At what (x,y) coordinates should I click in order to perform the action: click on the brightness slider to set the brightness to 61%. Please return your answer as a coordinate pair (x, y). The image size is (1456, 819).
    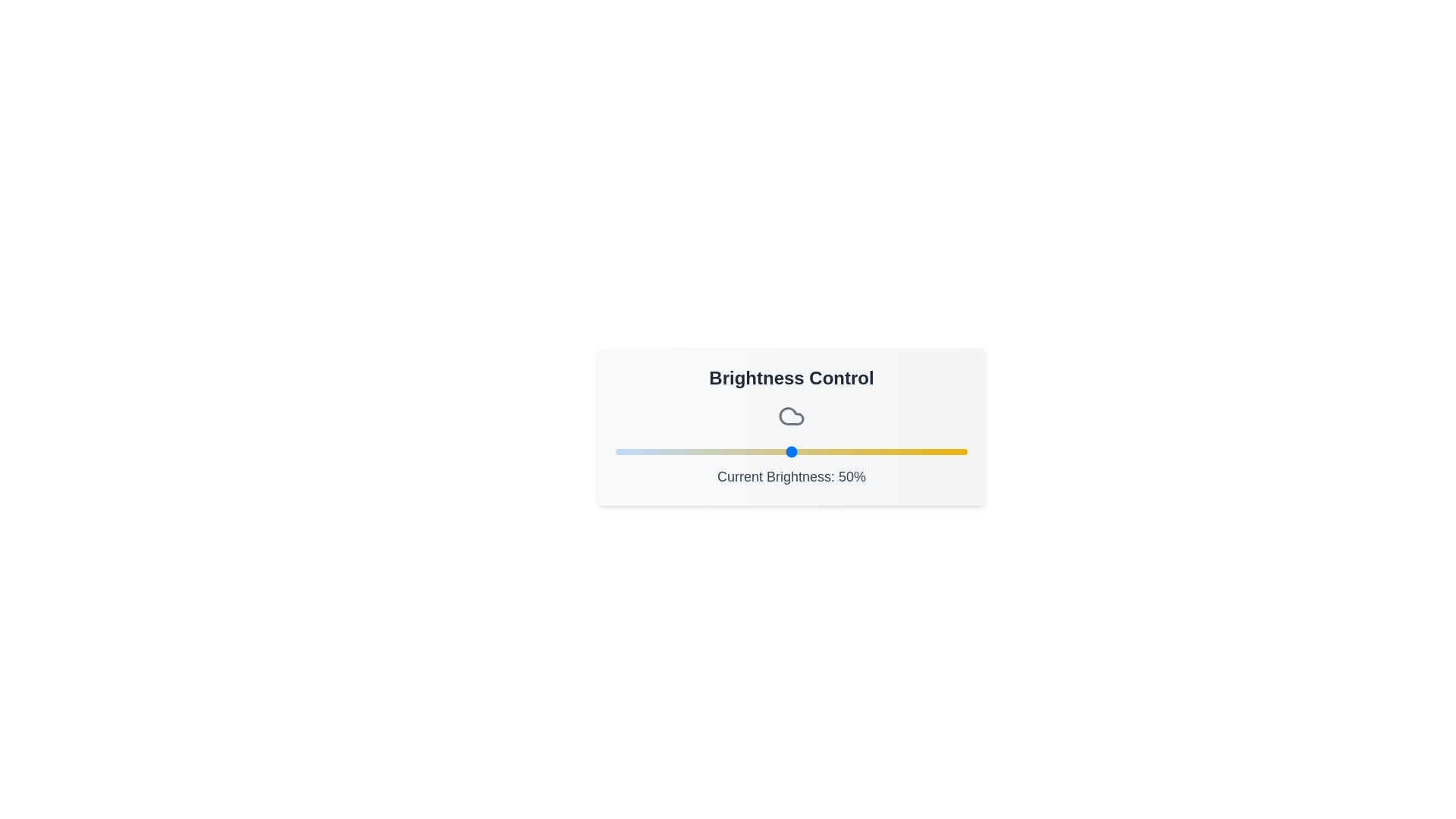
    Looking at the image, I should click on (829, 451).